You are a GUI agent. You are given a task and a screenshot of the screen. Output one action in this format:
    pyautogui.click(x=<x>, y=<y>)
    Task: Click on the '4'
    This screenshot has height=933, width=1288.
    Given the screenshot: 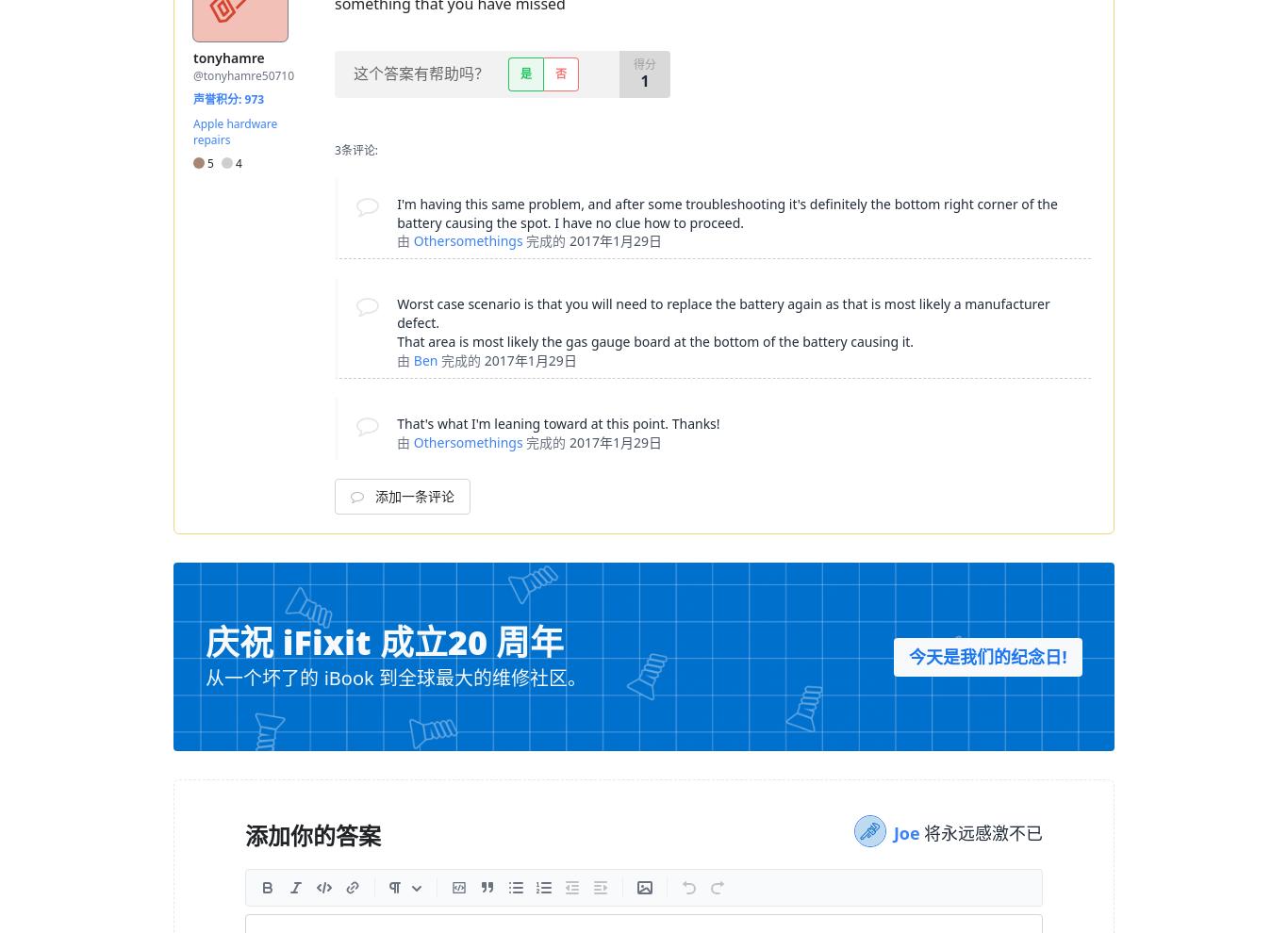 What is the action you would take?
    pyautogui.click(x=232, y=162)
    